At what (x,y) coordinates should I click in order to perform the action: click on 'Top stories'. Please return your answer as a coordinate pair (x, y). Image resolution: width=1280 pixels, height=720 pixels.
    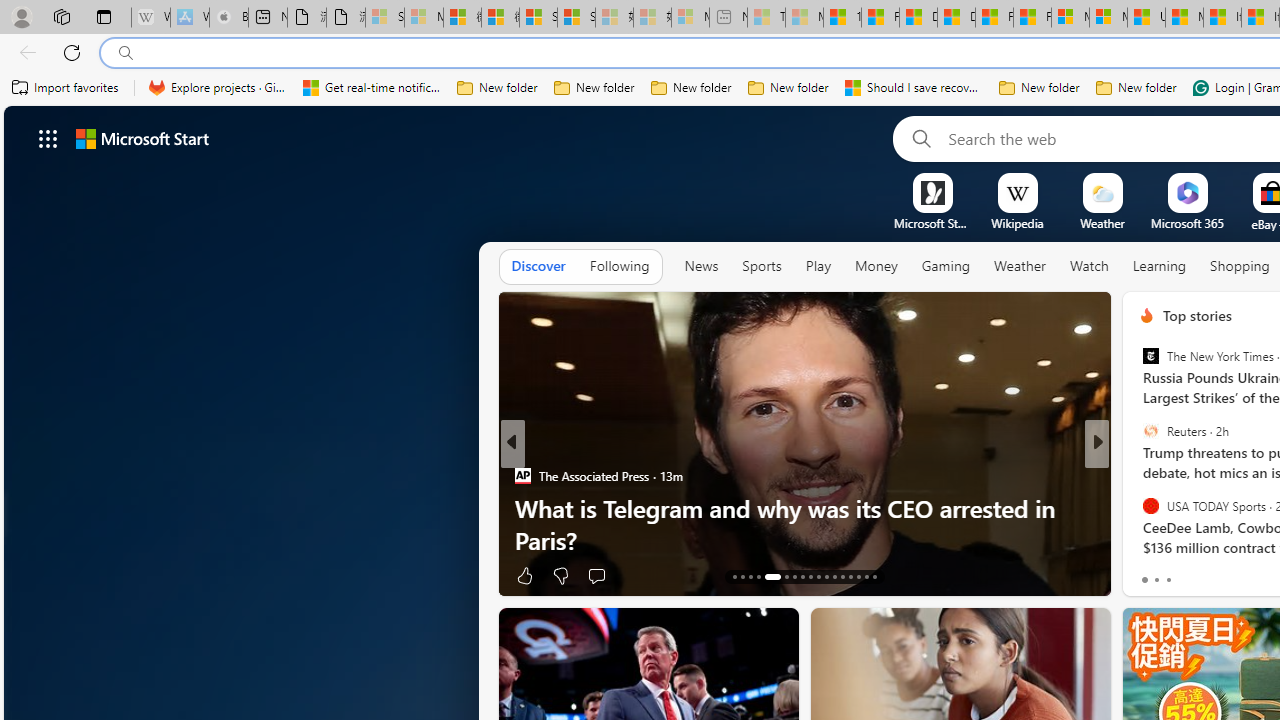
    Looking at the image, I should click on (1196, 315).